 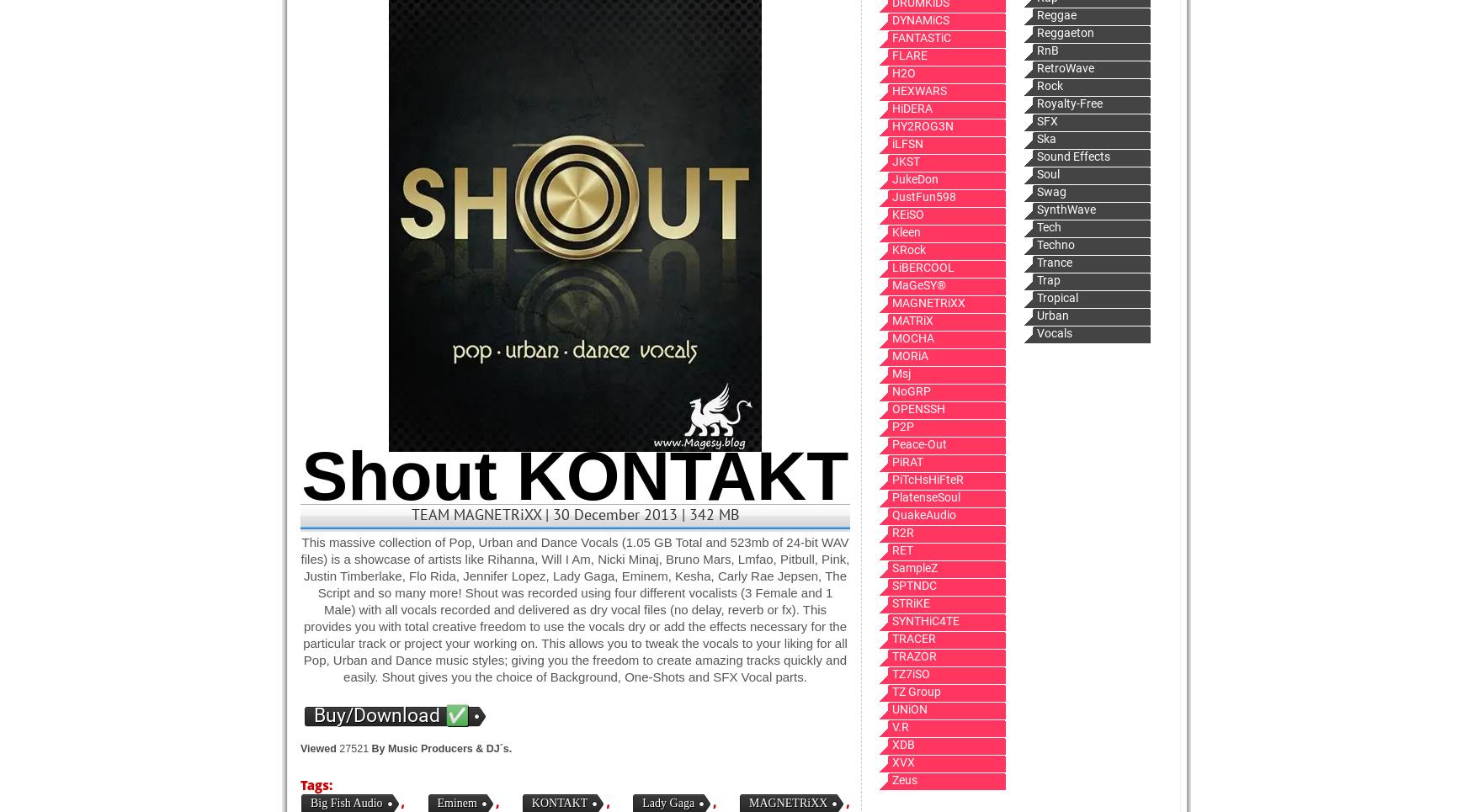 I want to click on '27521', so click(x=353, y=749).